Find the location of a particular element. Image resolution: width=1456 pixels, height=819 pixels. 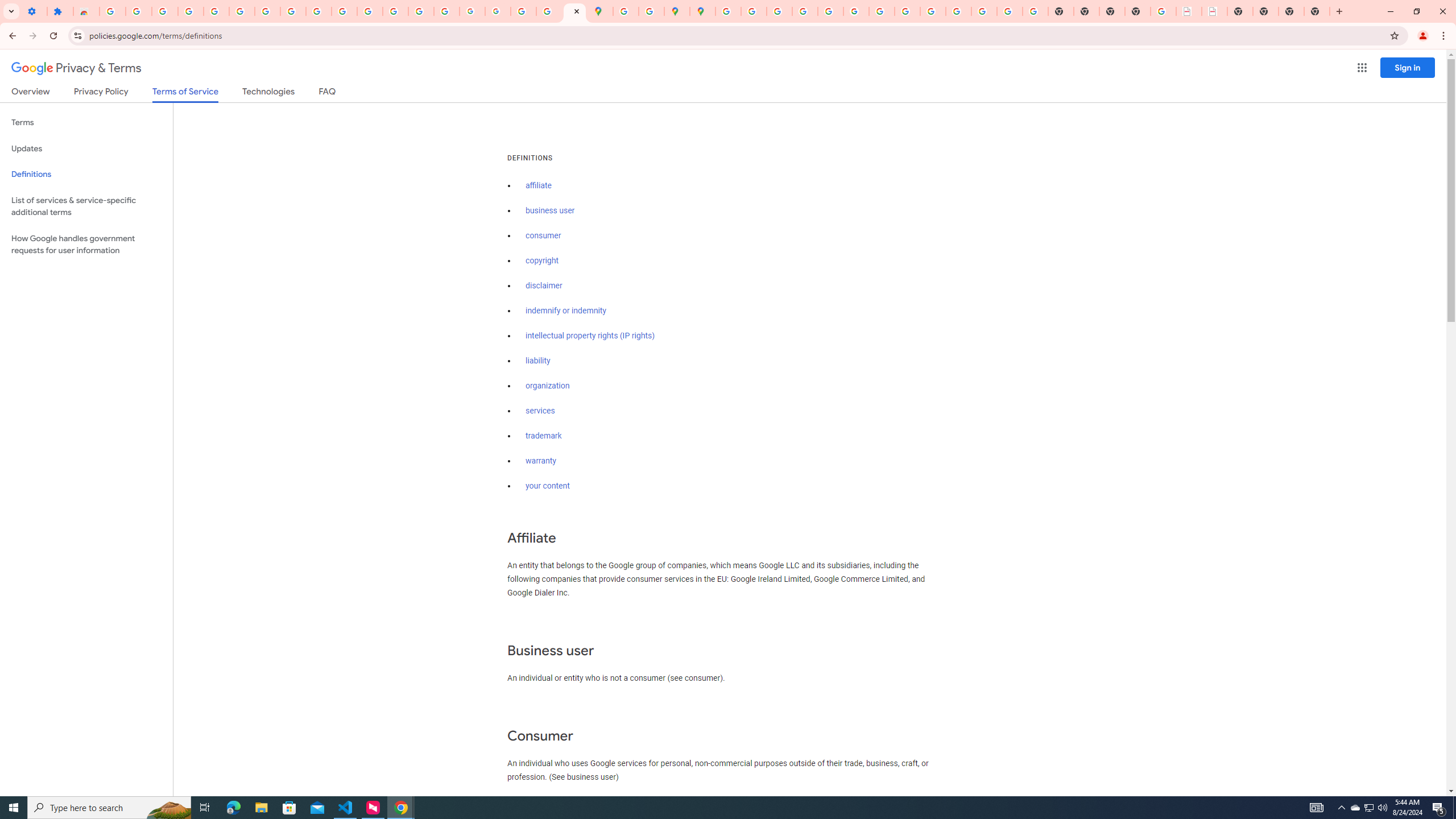

'Privacy Help Center - Policies Help' is located at coordinates (779, 11).